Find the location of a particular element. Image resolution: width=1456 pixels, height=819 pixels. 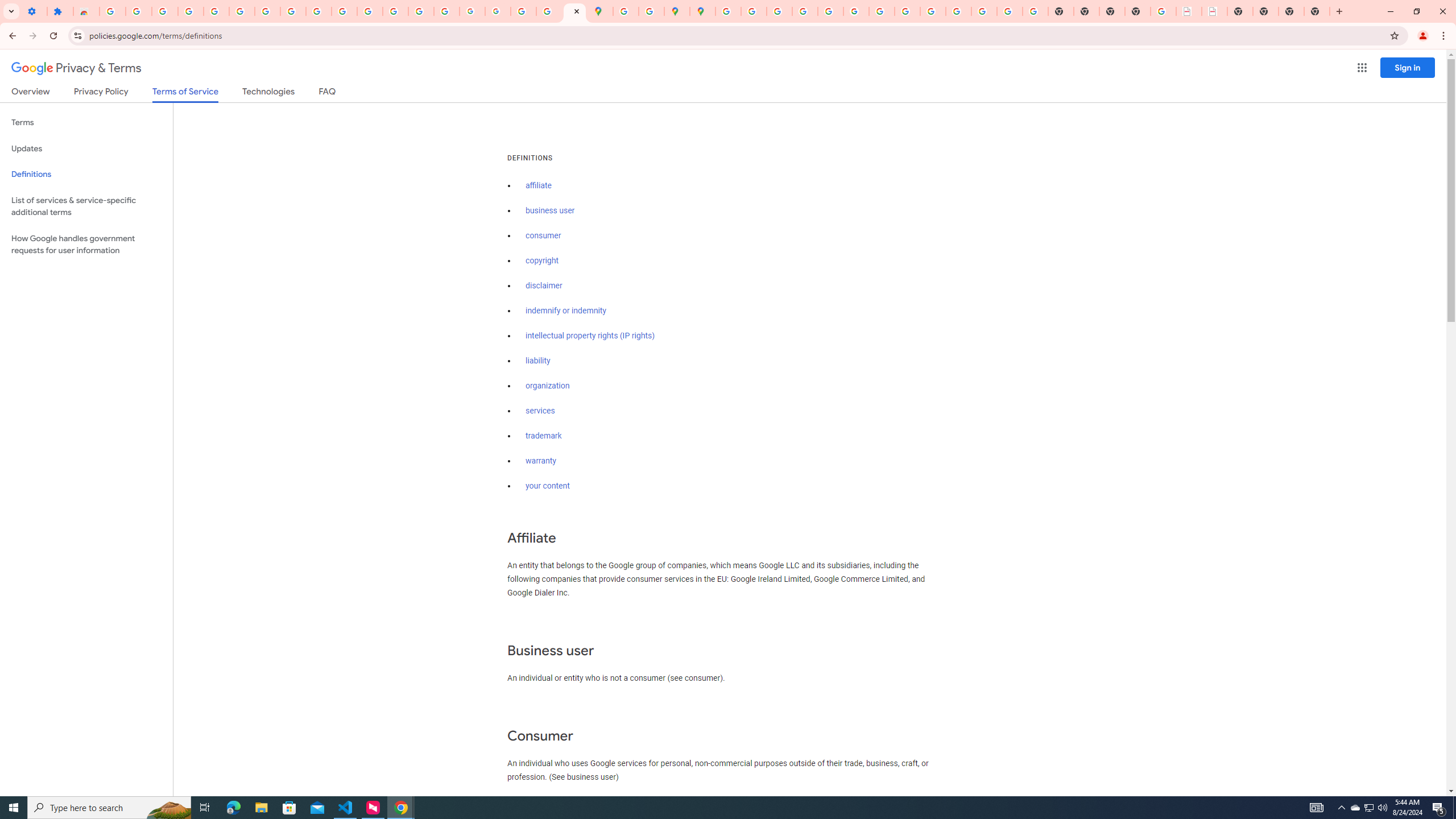

'Privacy Help Center - Policies Help' is located at coordinates (779, 11).